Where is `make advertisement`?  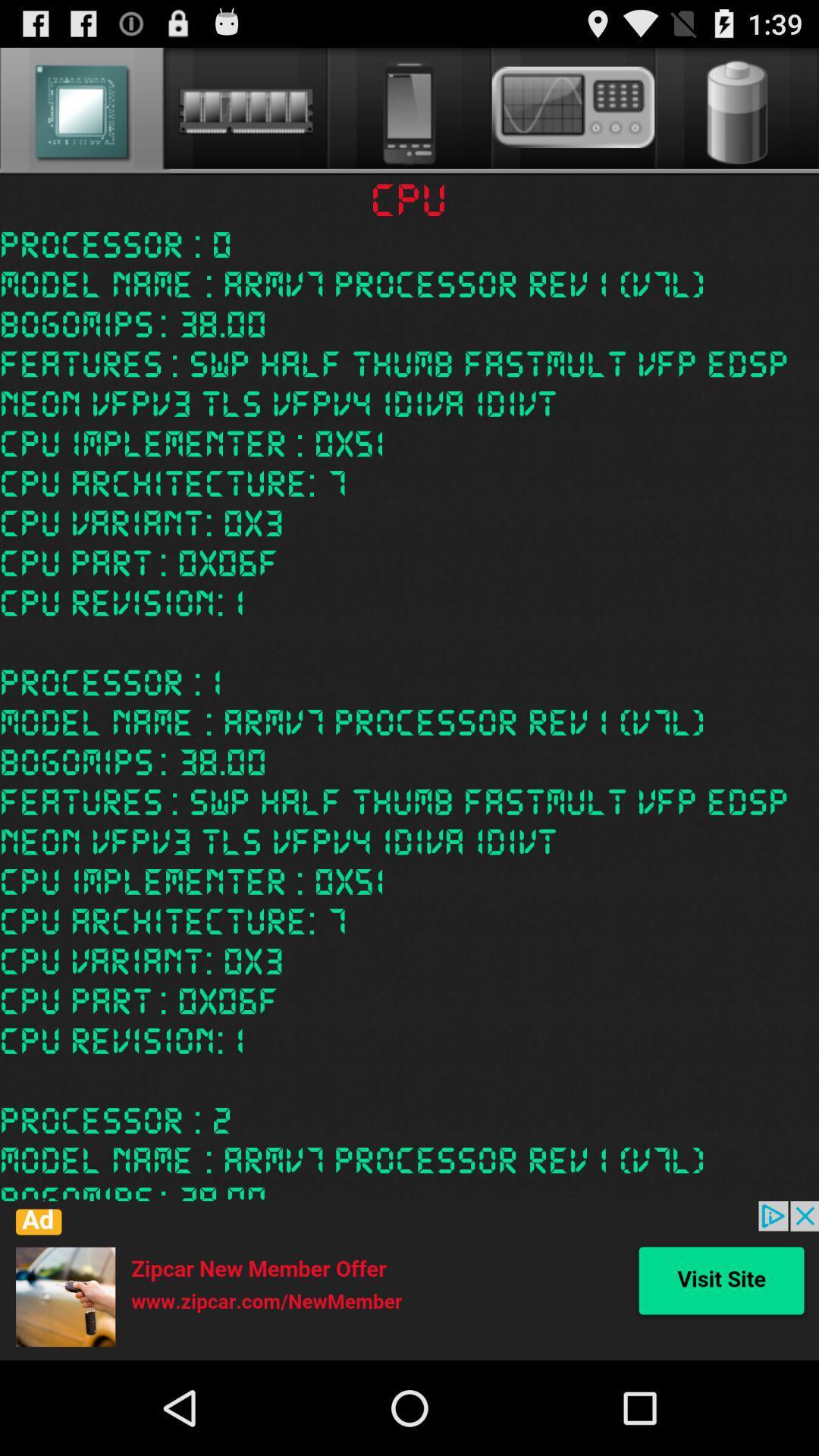 make advertisement is located at coordinates (409, 1280).